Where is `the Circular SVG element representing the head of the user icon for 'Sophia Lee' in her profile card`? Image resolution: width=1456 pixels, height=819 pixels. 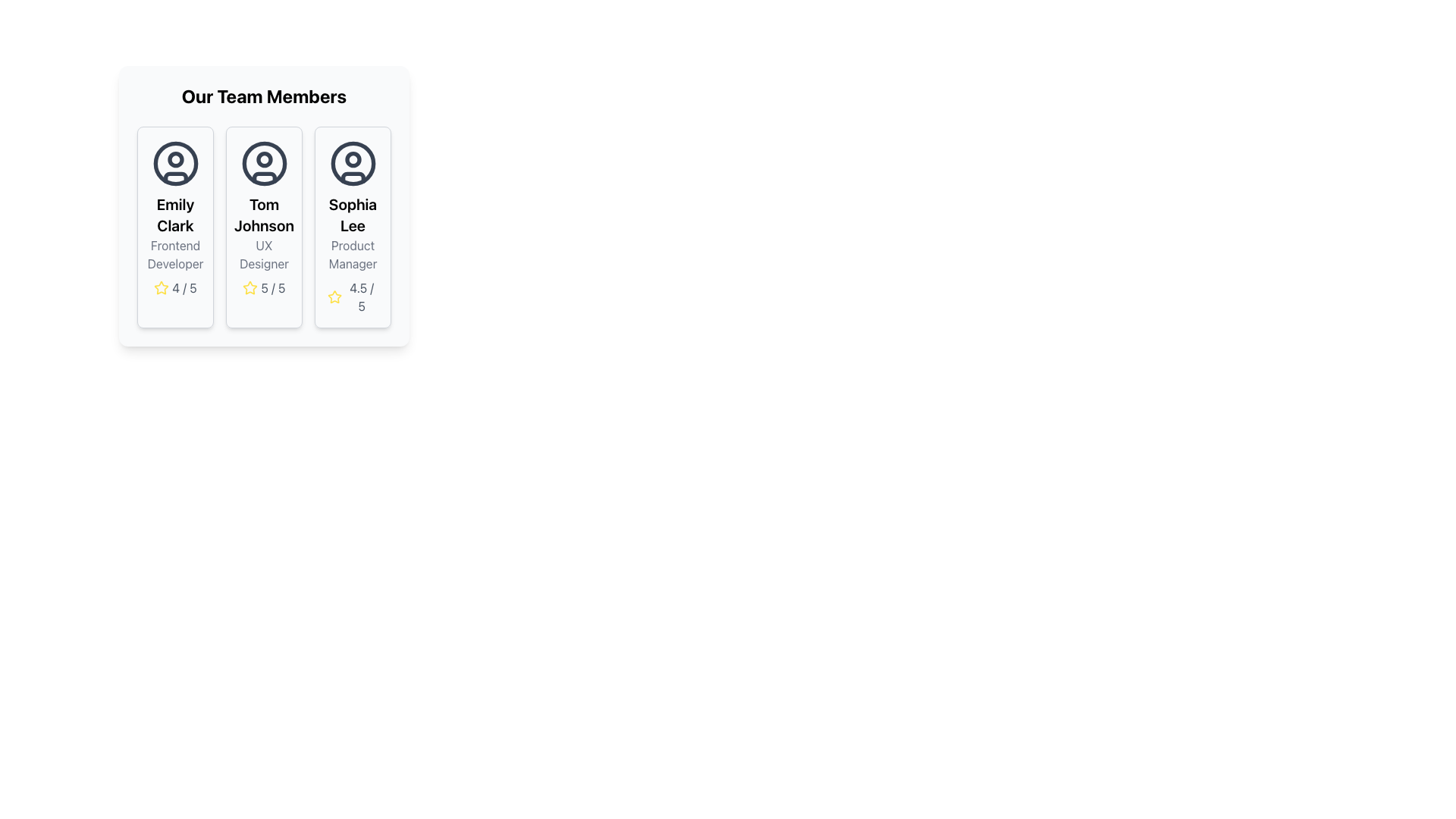 the Circular SVG element representing the head of the user icon for 'Sophia Lee' in her profile card is located at coordinates (352, 159).